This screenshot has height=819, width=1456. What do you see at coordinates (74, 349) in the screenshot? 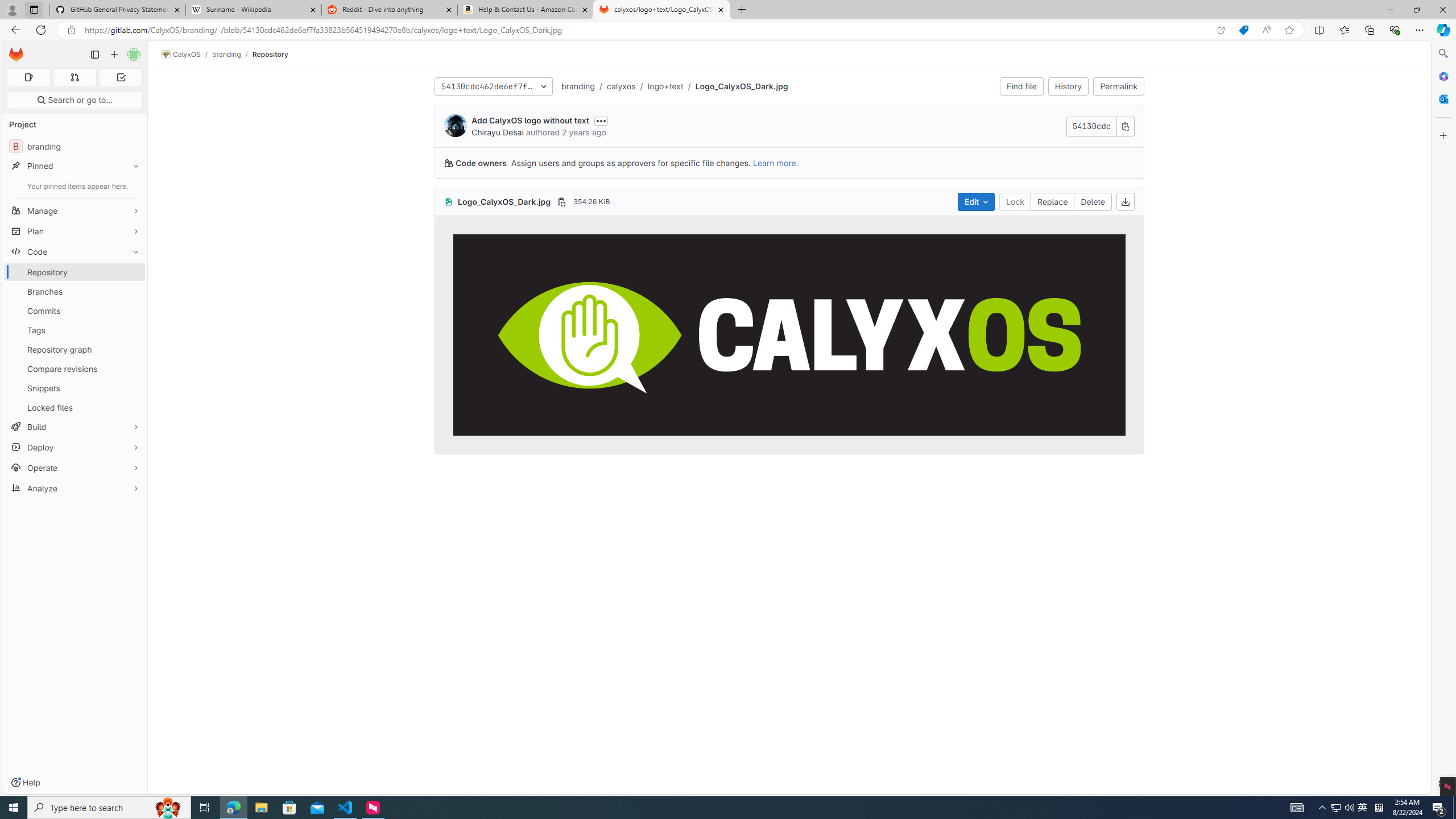
I see `'Repository graph'` at bounding box center [74, 349].